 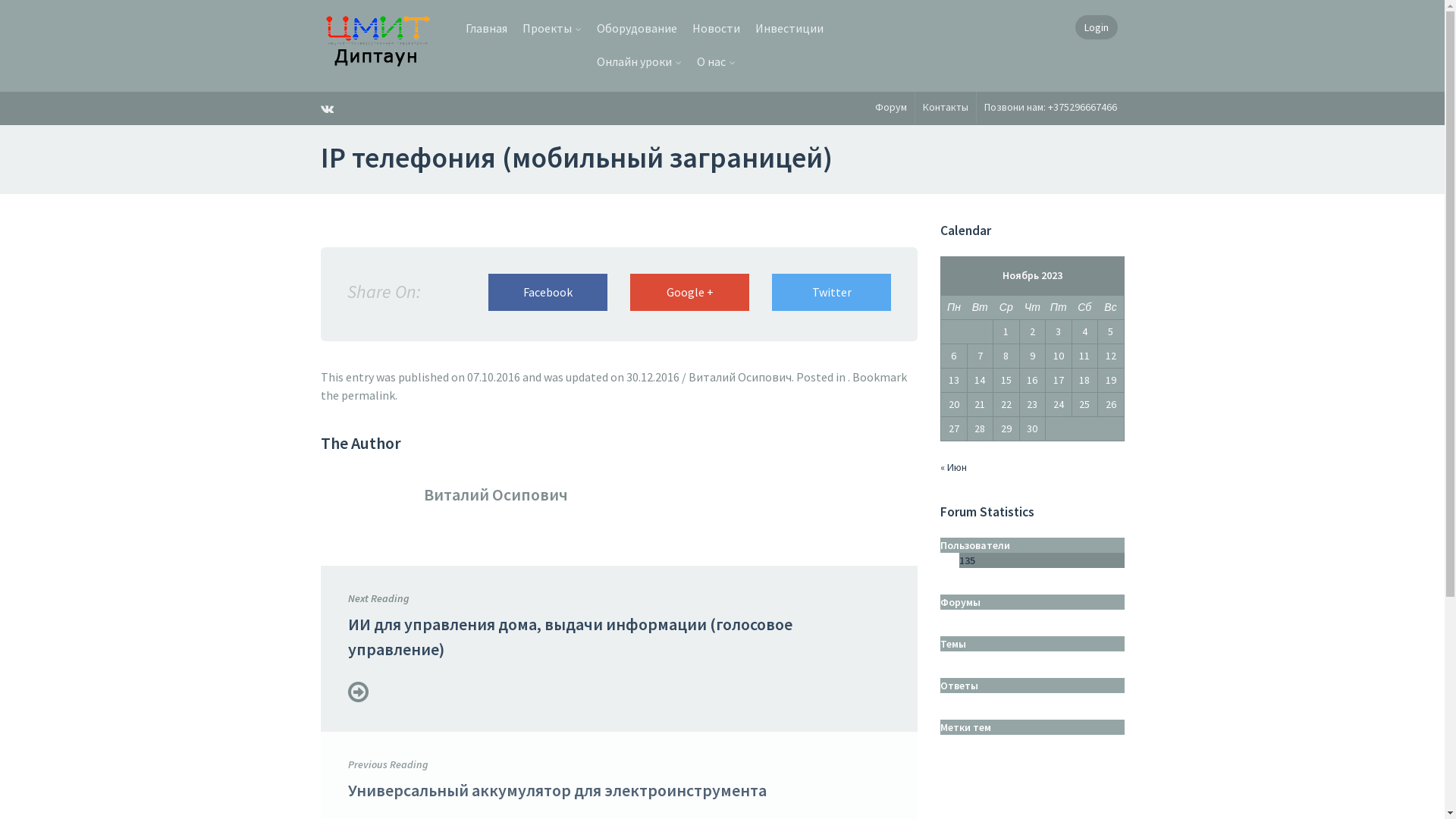 What do you see at coordinates (547, 292) in the screenshot?
I see `'Facebook'` at bounding box center [547, 292].